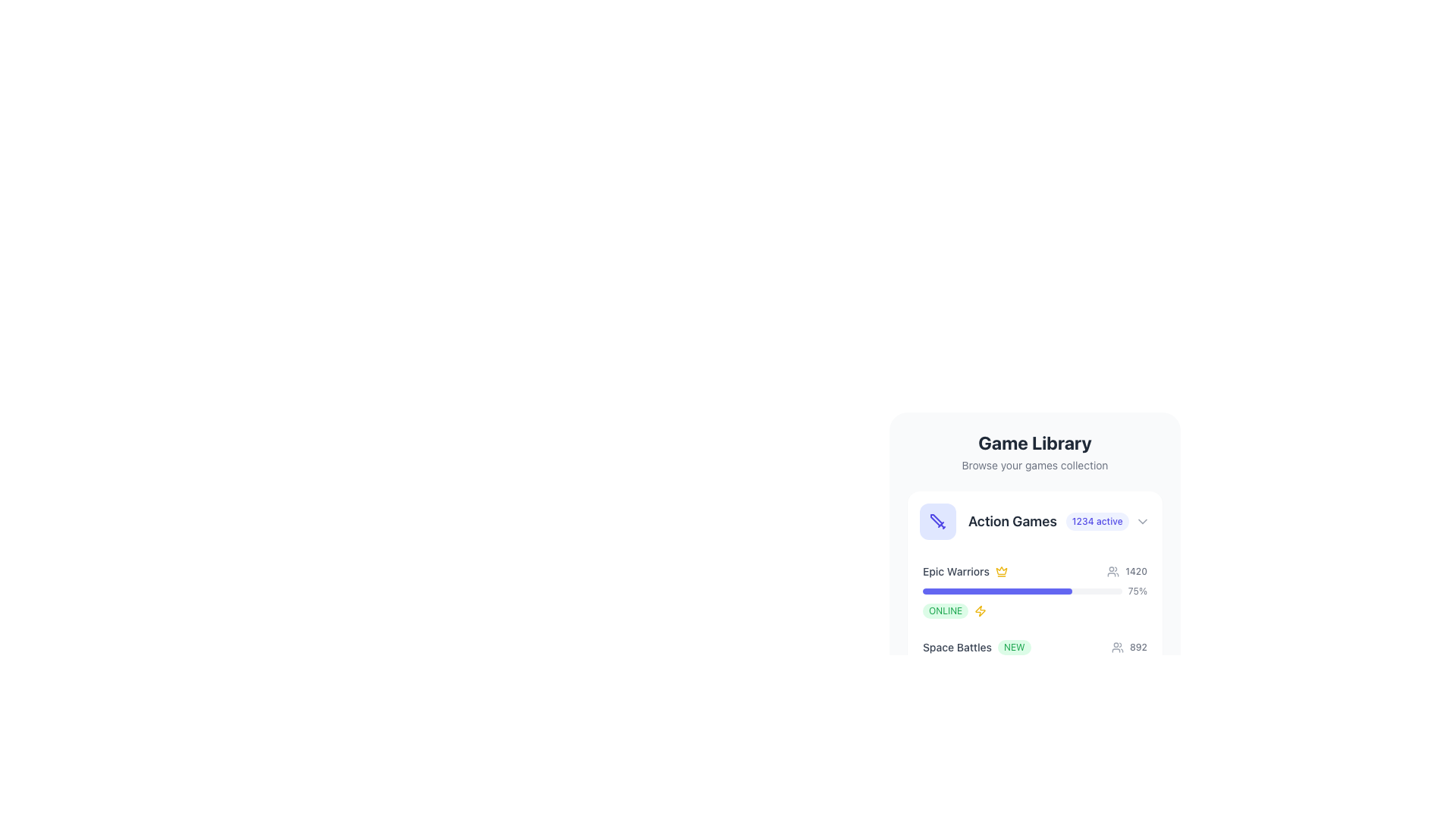 The width and height of the screenshot is (1456, 819). Describe the element at coordinates (1143, 520) in the screenshot. I see `the chevron dropdown indicator located at the far-right end of the 'Action Games' component` at that location.